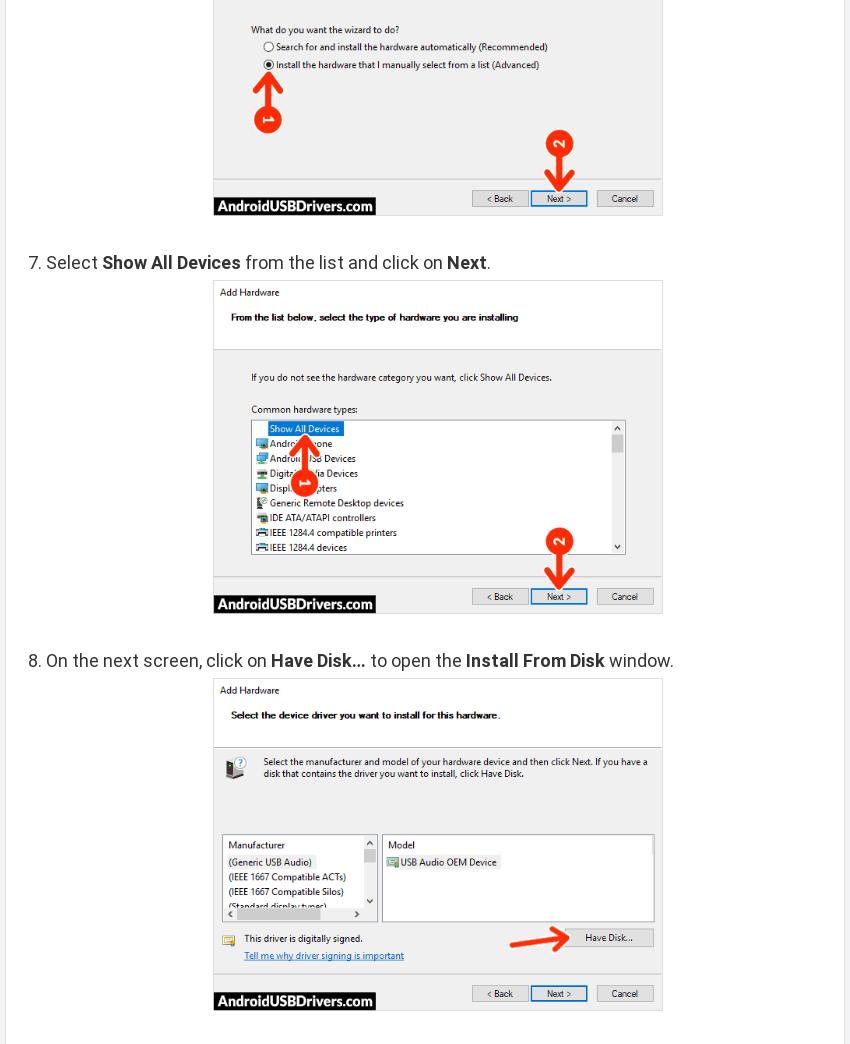 This screenshot has width=850, height=1044. Describe the element at coordinates (464, 658) in the screenshot. I see `'Install From Disk'` at that location.